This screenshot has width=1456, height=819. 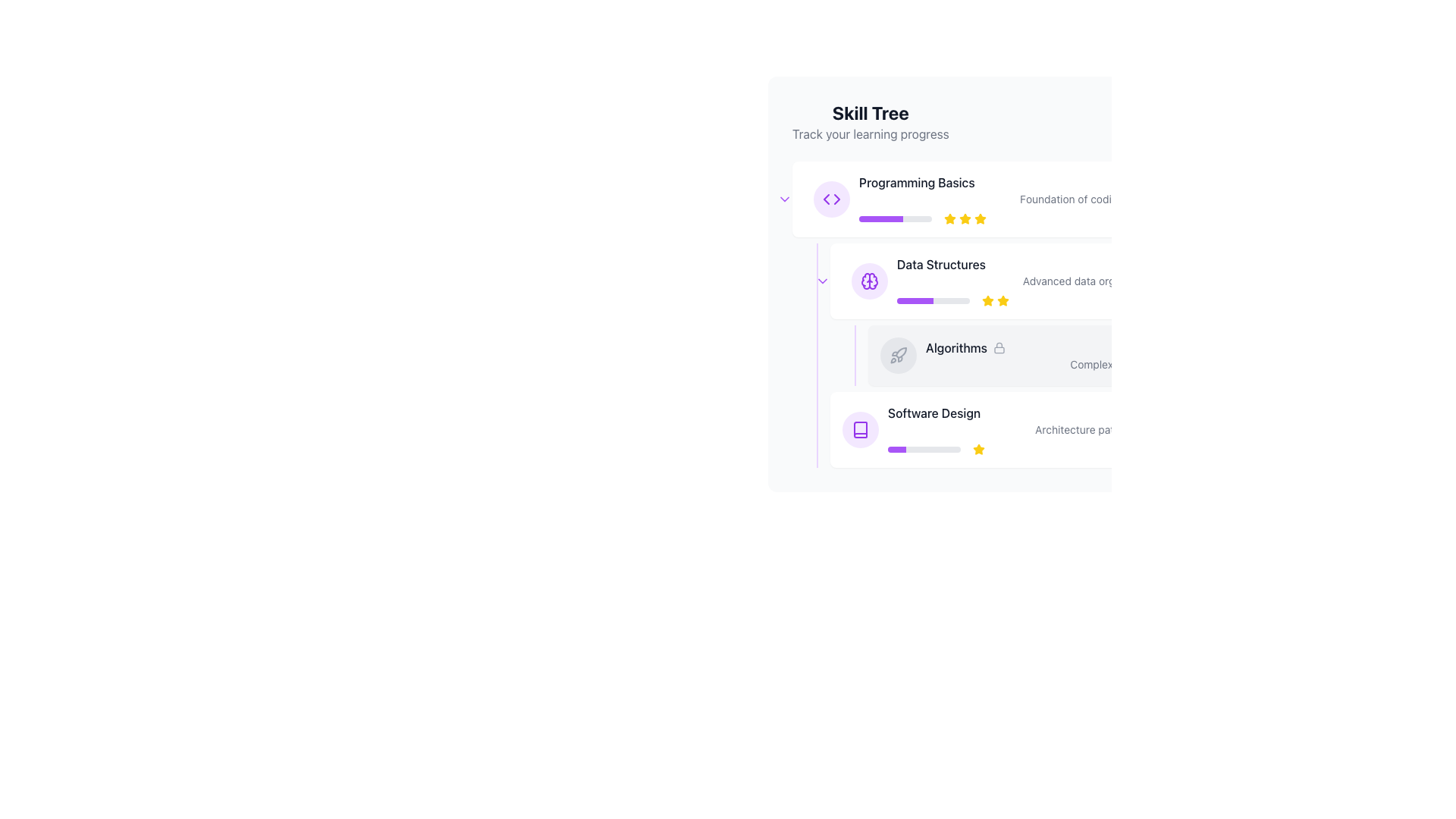 I want to click on the static decorative icon representing the 'Programming Basics' skill, located as the first icon on the left side of the card in the 'Skill Tree' section, so click(x=831, y=198).